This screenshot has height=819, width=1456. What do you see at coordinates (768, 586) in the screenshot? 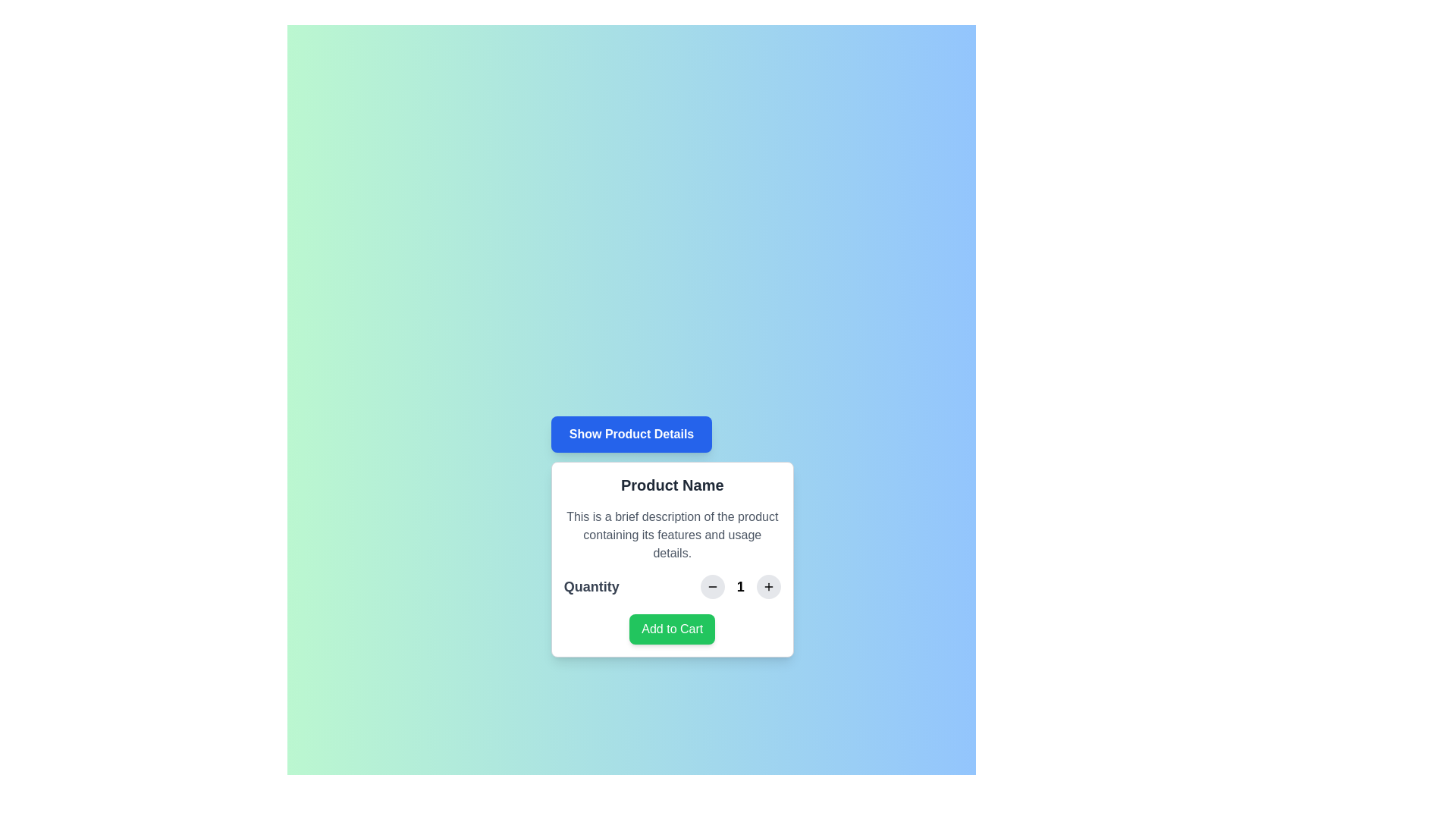
I see `the '+' button with a circular outline and gray background, located to the right of the quantity input field in the 'Quantity' section of the product purchase card` at bounding box center [768, 586].